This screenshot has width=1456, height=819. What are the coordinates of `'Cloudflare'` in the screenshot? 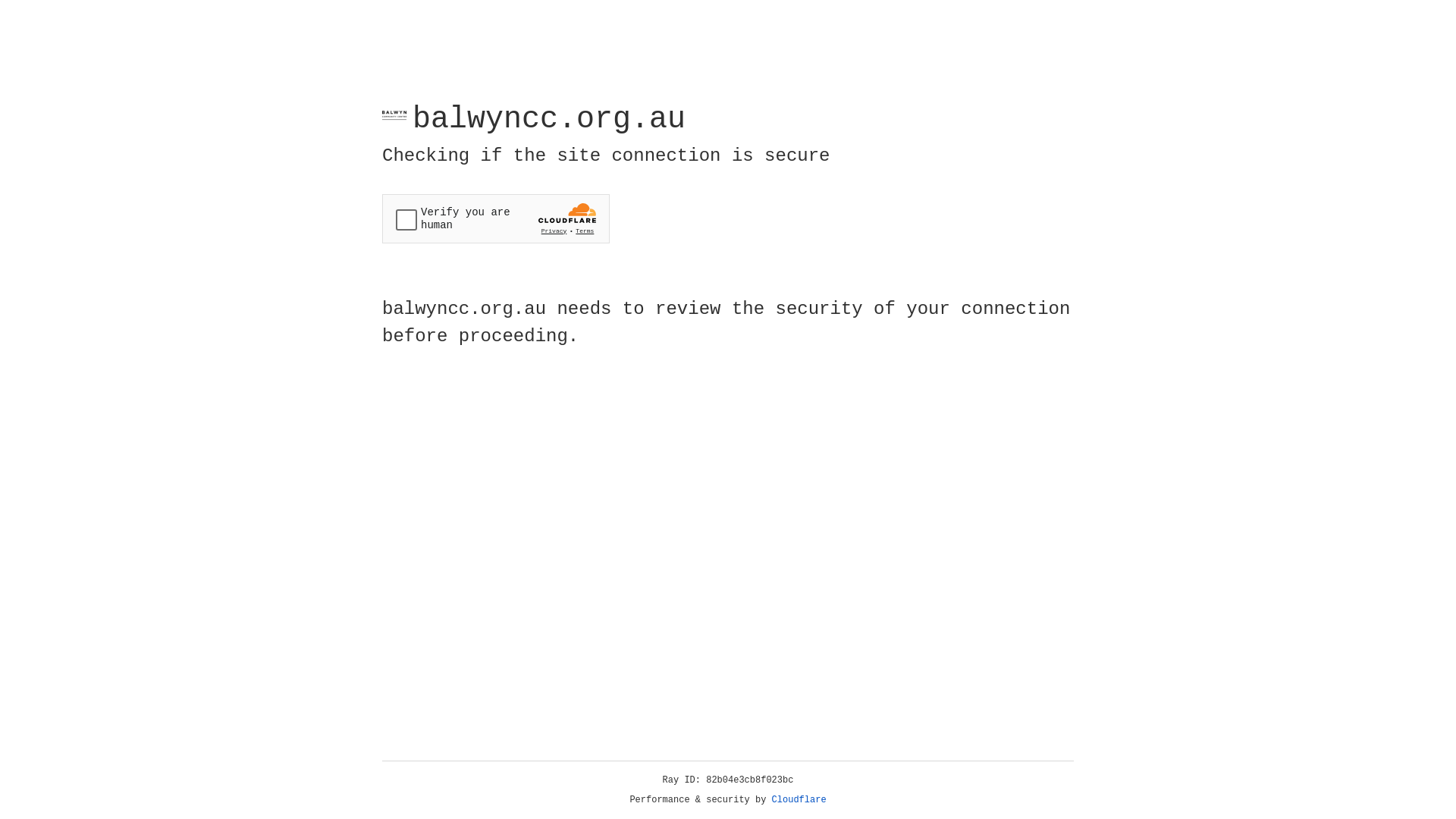 It's located at (771, 799).